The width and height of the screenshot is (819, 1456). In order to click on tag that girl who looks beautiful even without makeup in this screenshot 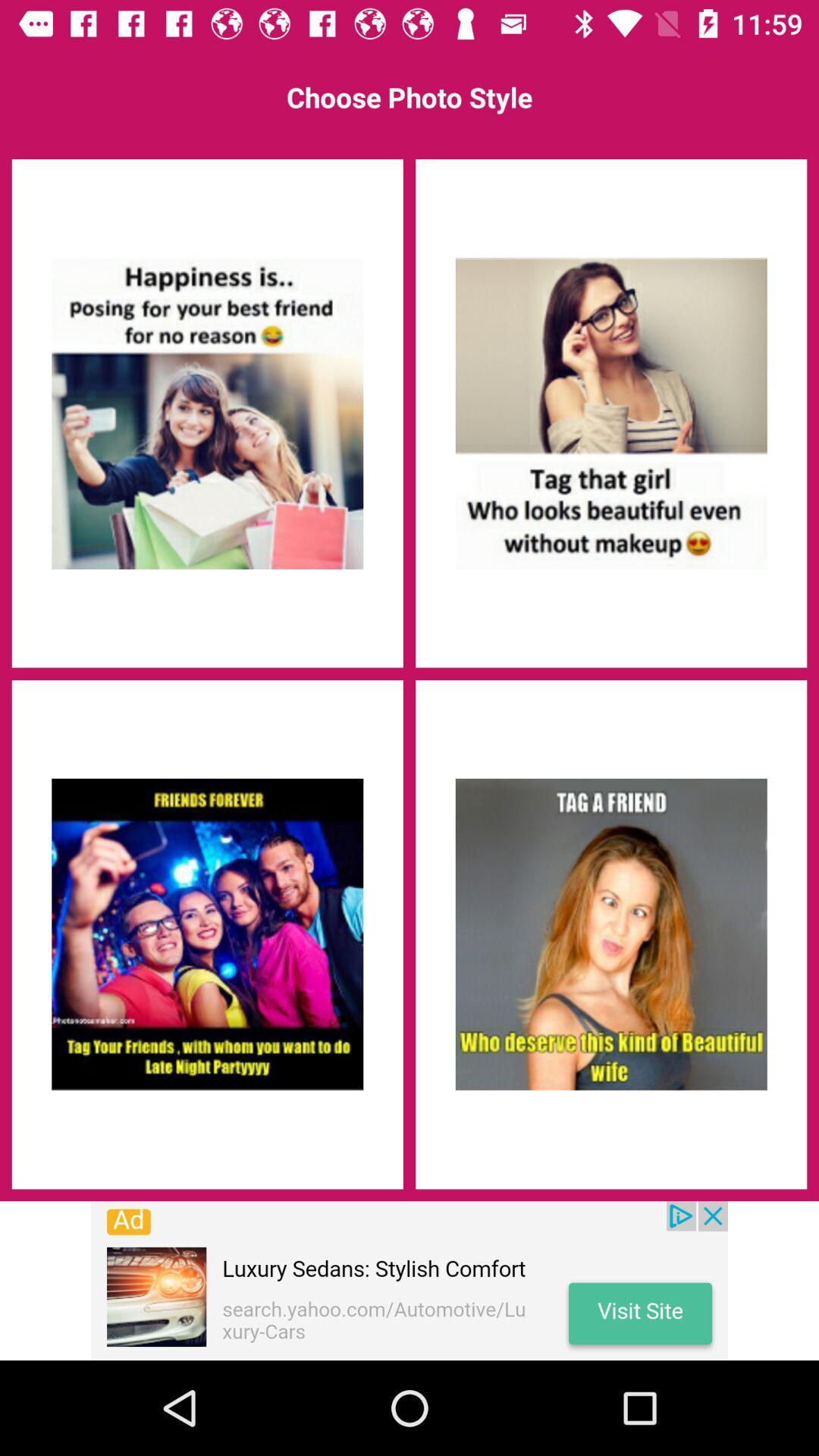, I will do `click(610, 413)`.